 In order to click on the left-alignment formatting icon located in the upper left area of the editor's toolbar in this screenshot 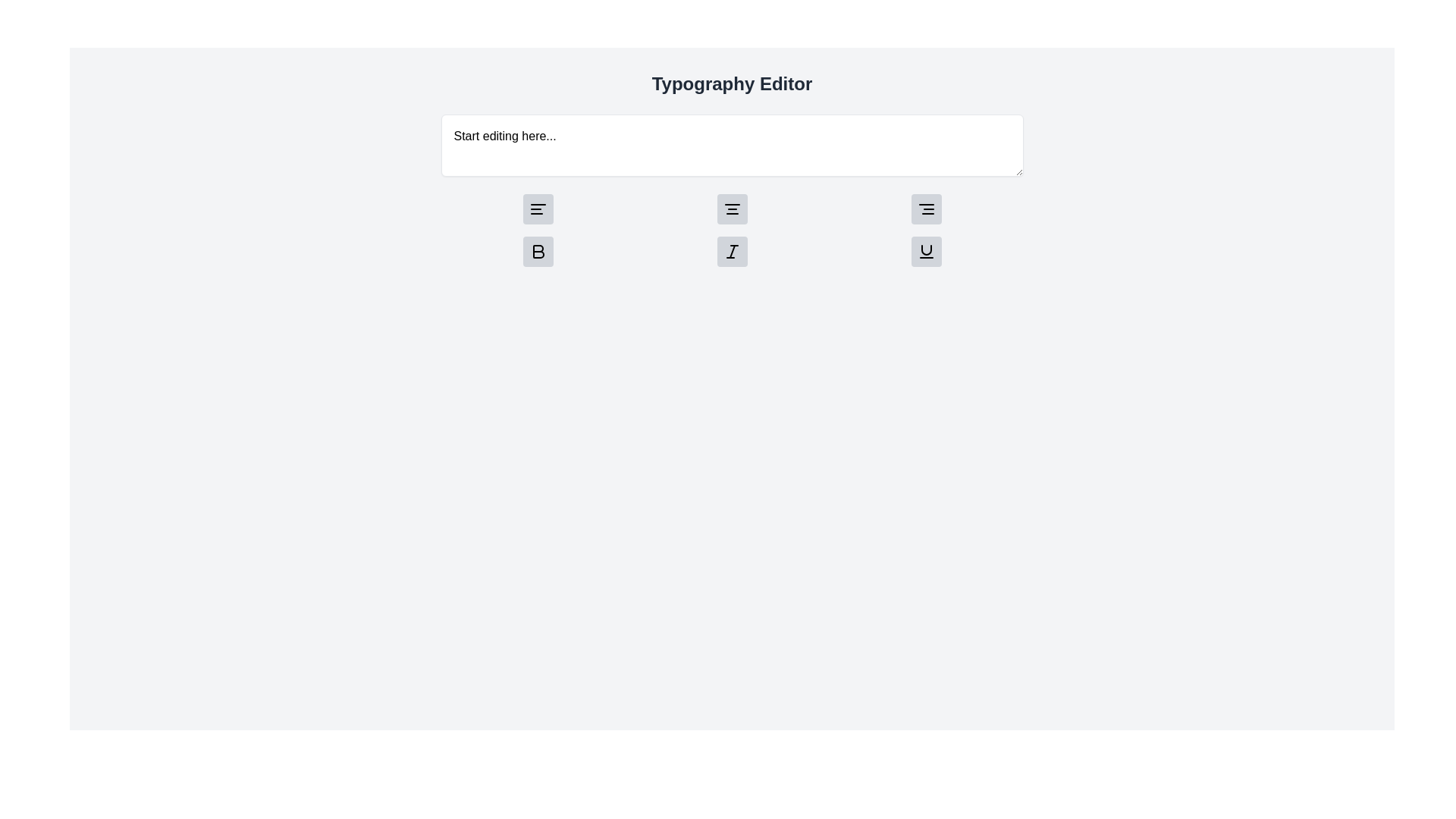, I will do `click(538, 209)`.